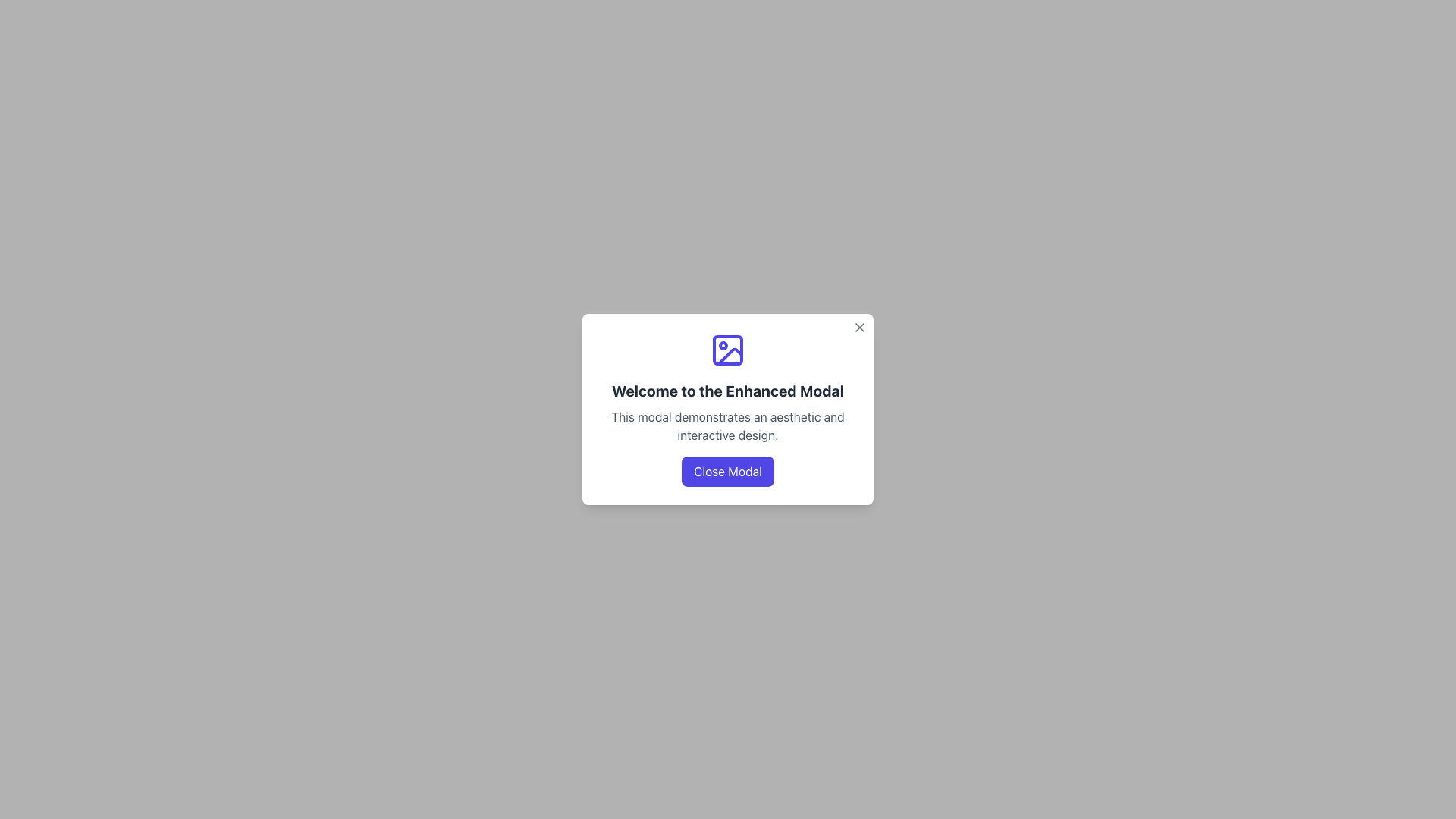  What do you see at coordinates (859, 327) in the screenshot?
I see `the close button icon located at the top-right corner of the modal window to observe the hover effect` at bounding box center [859, 327].